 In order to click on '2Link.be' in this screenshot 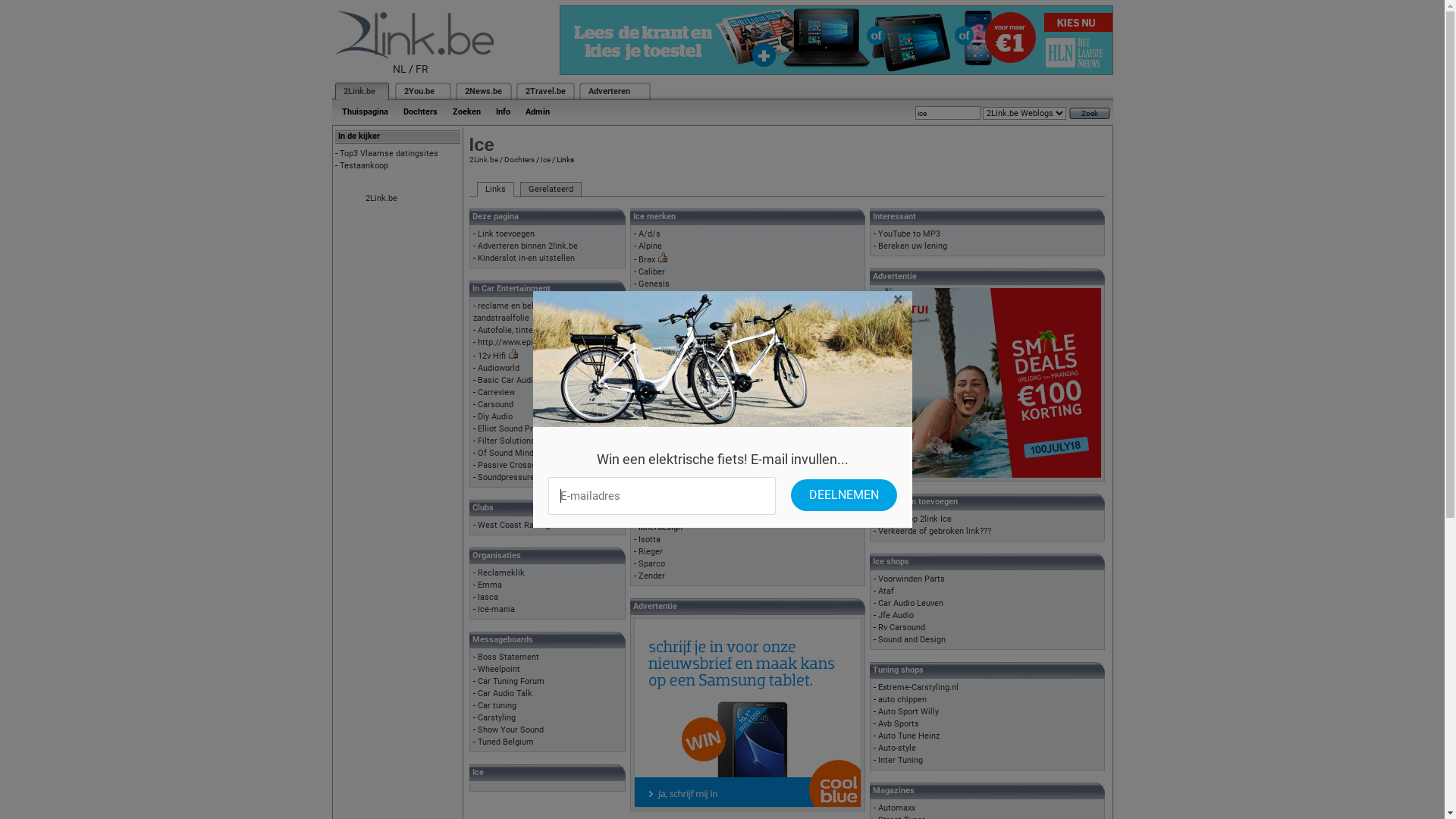, I will do `click(381, 197)`.